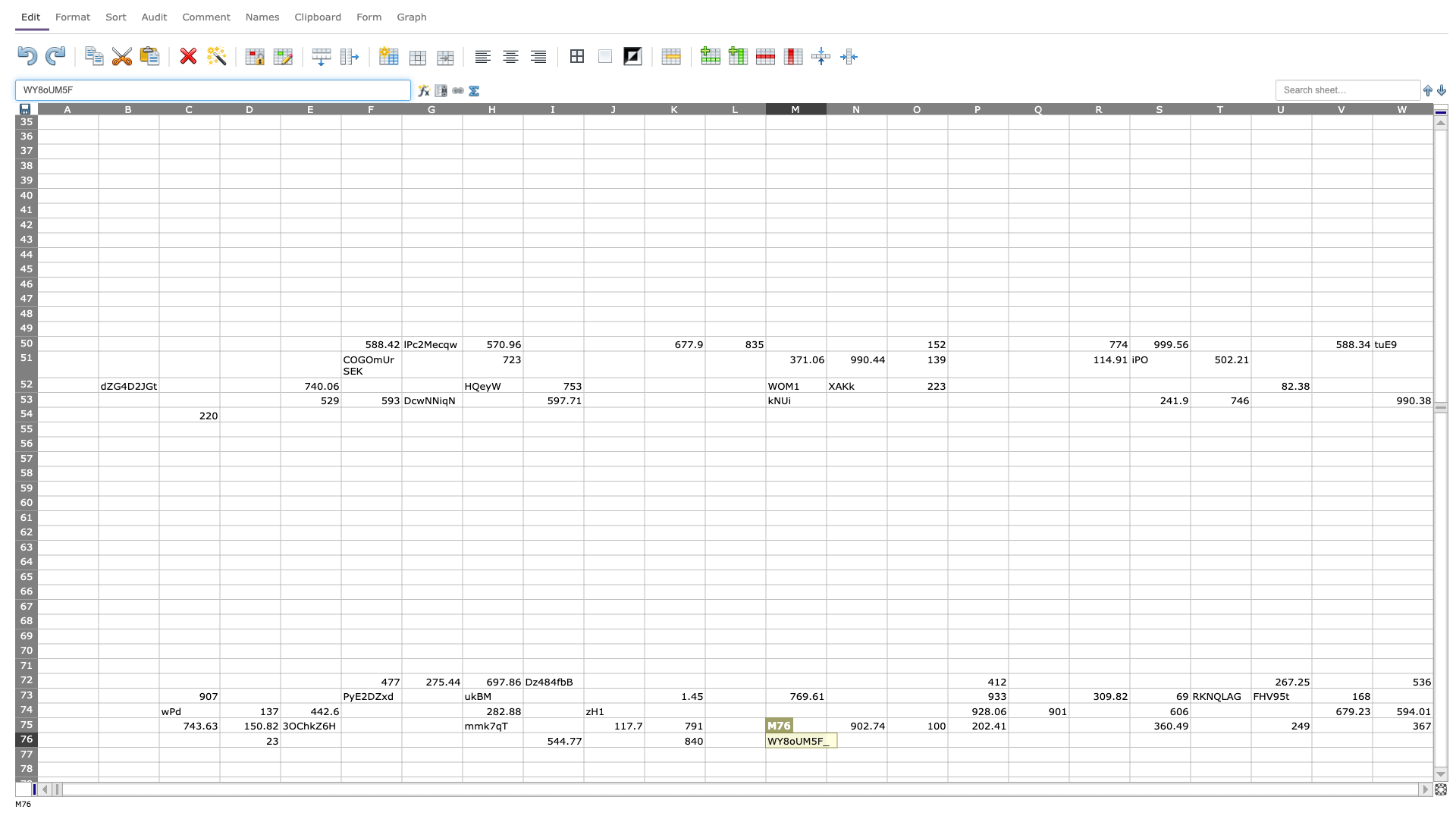 This screenshot has height=819, width=1456. I want to click on Place cursor on top left corner of N76, so click(825, 731).